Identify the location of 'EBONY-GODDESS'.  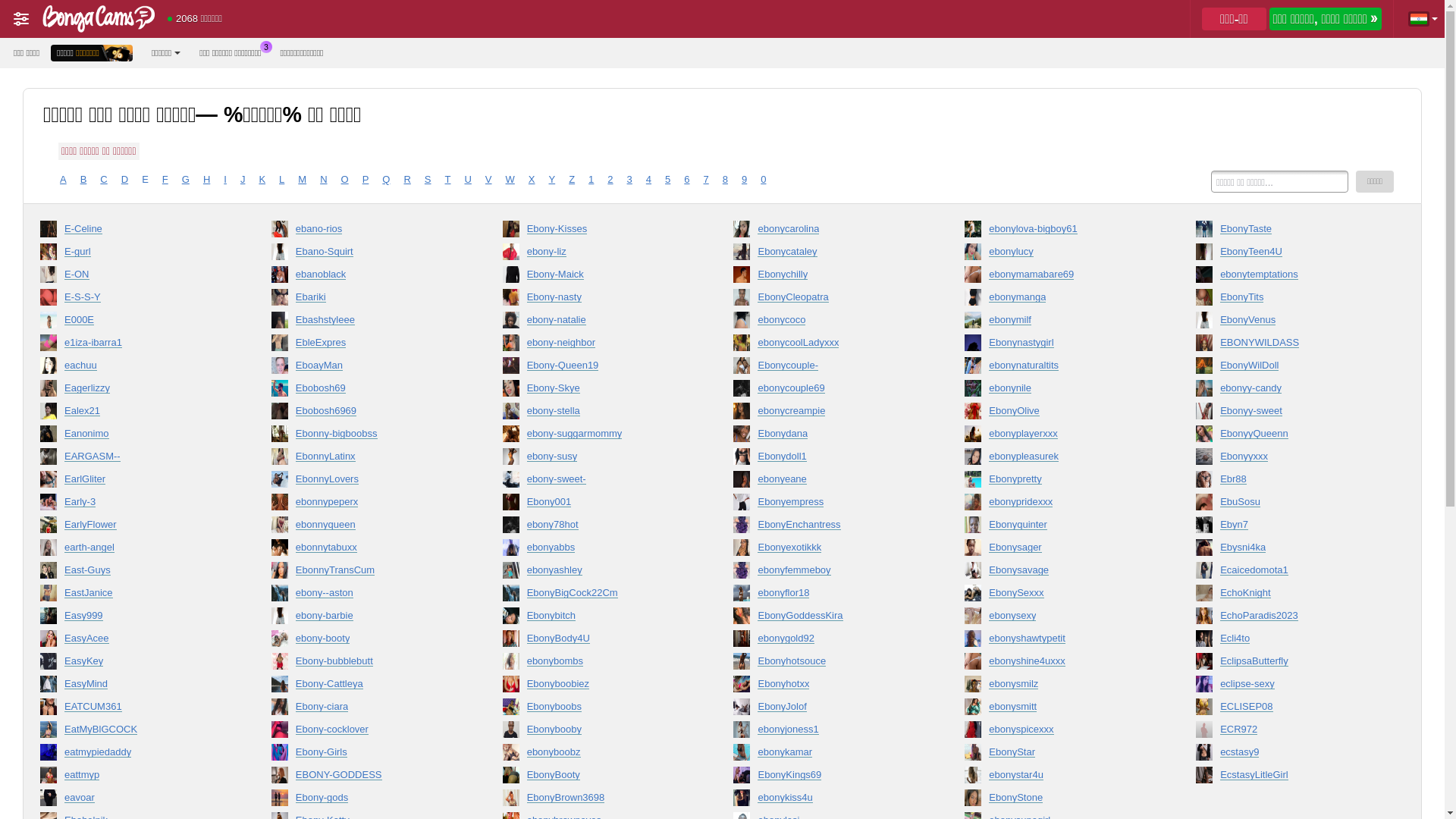
(365, 778).